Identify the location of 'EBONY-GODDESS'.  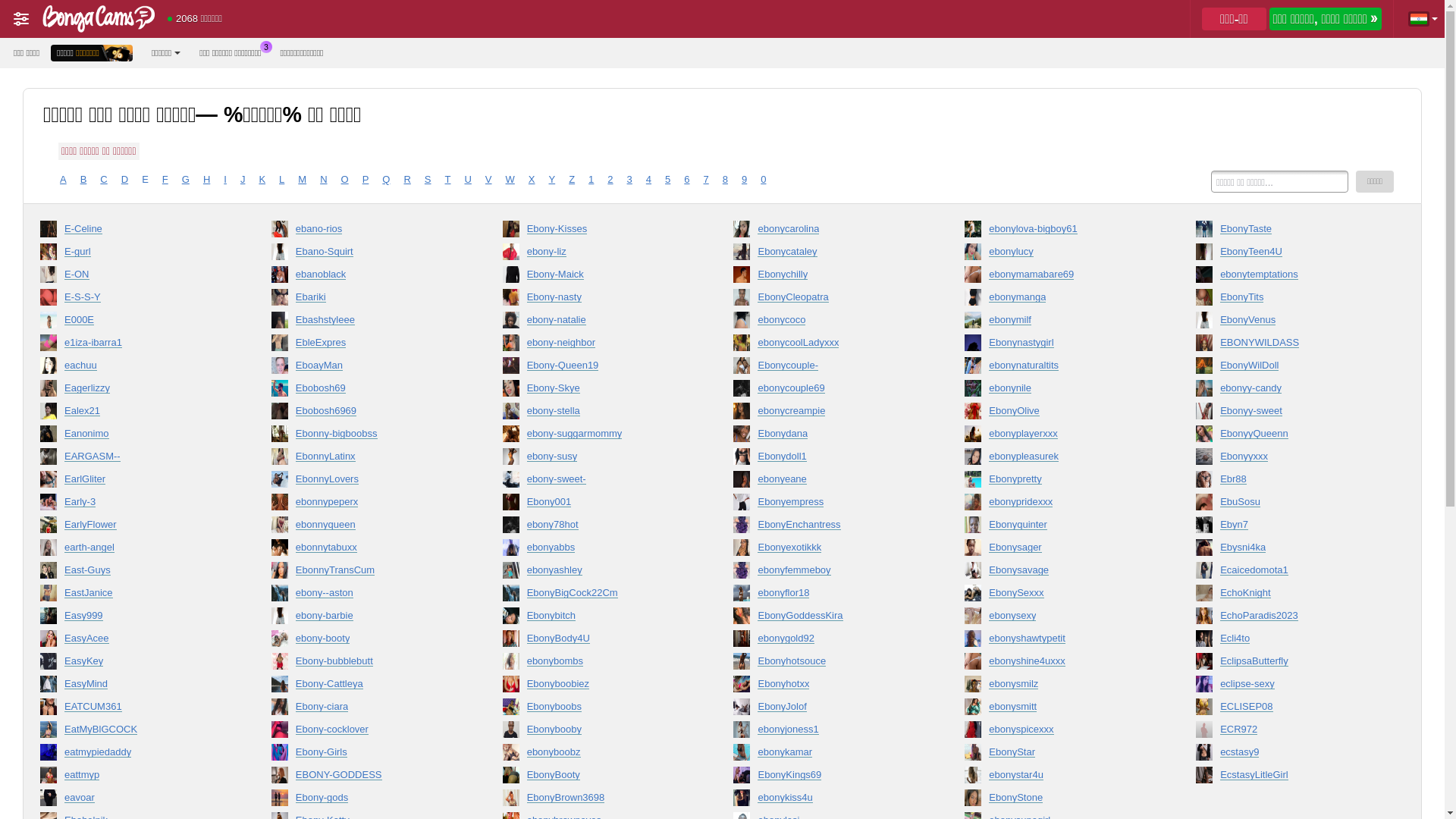
(365, 778).